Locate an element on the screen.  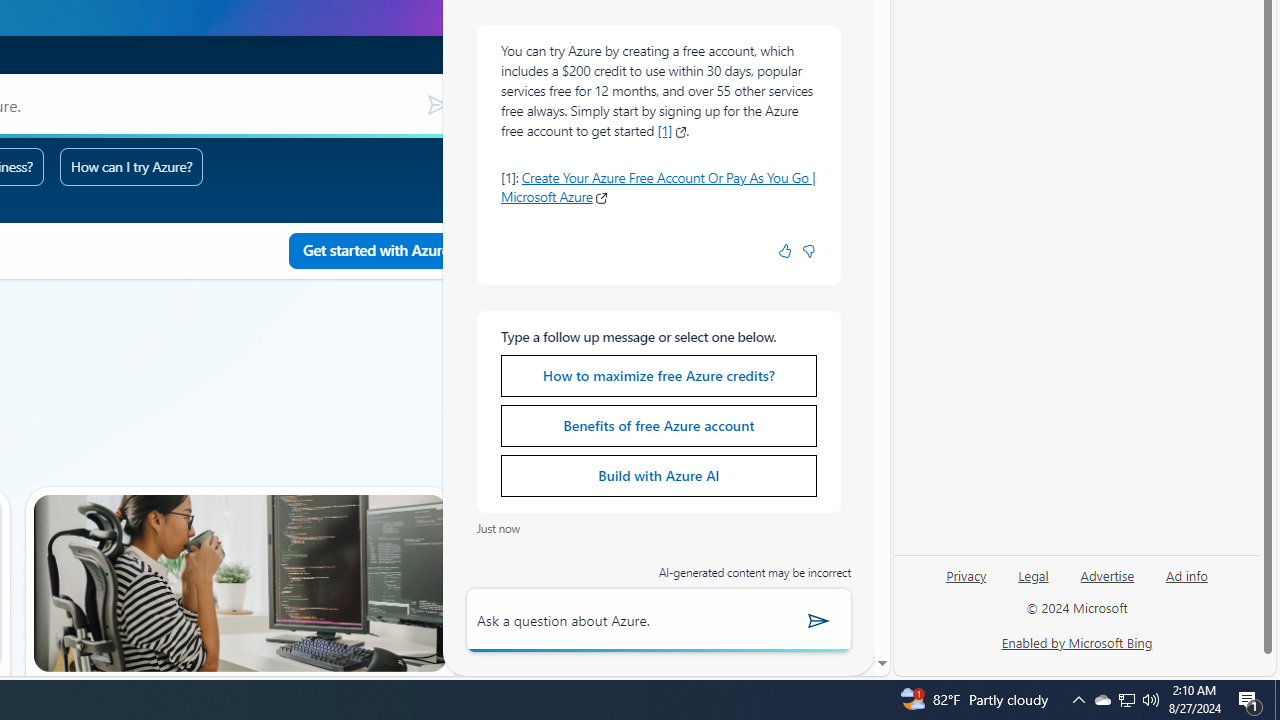
'Ad info' is located at coordinates (1186, 583).